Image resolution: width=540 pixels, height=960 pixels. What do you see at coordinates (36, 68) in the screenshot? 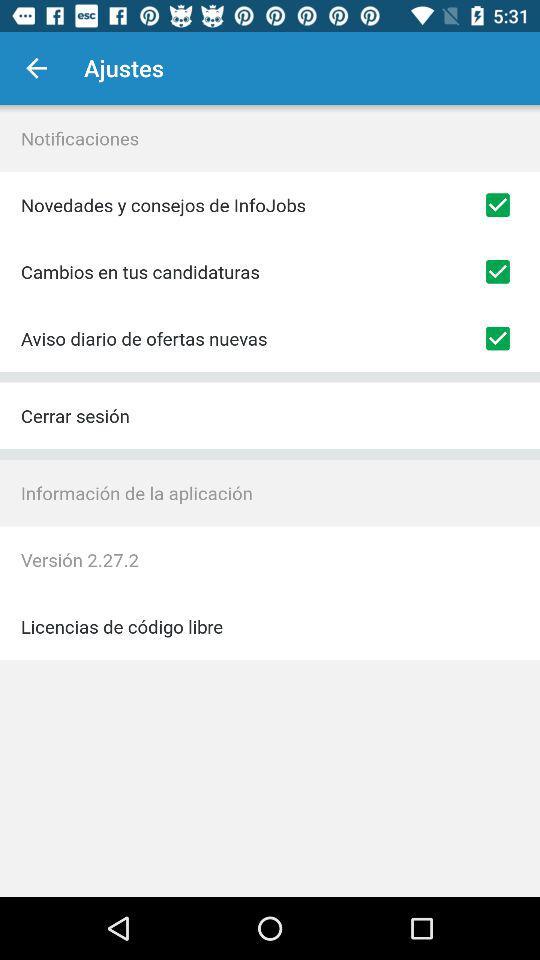
I see `the item next to ajustes item` at bounding box center [36, 68].